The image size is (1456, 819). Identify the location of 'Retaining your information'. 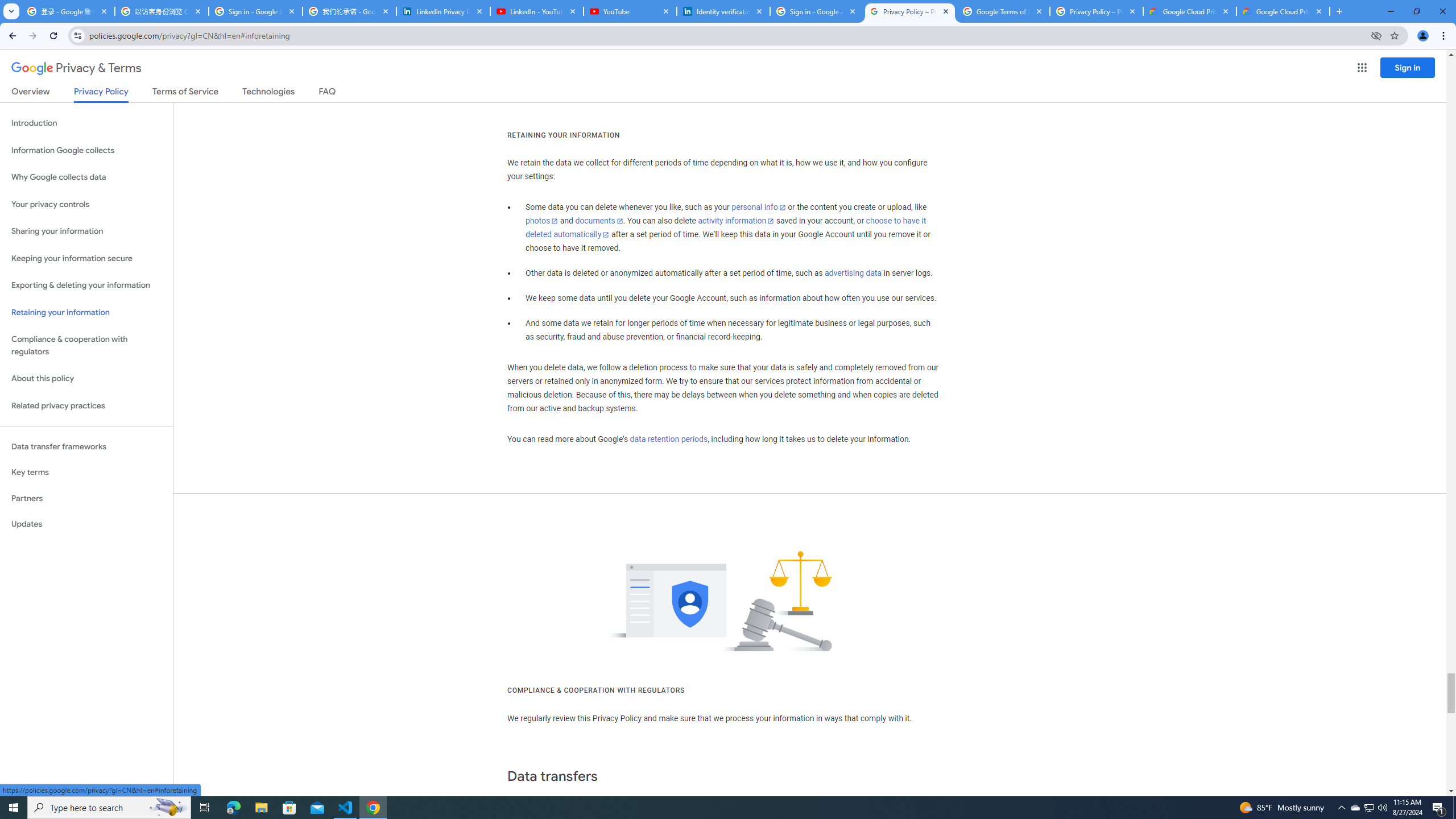
(86, 312).